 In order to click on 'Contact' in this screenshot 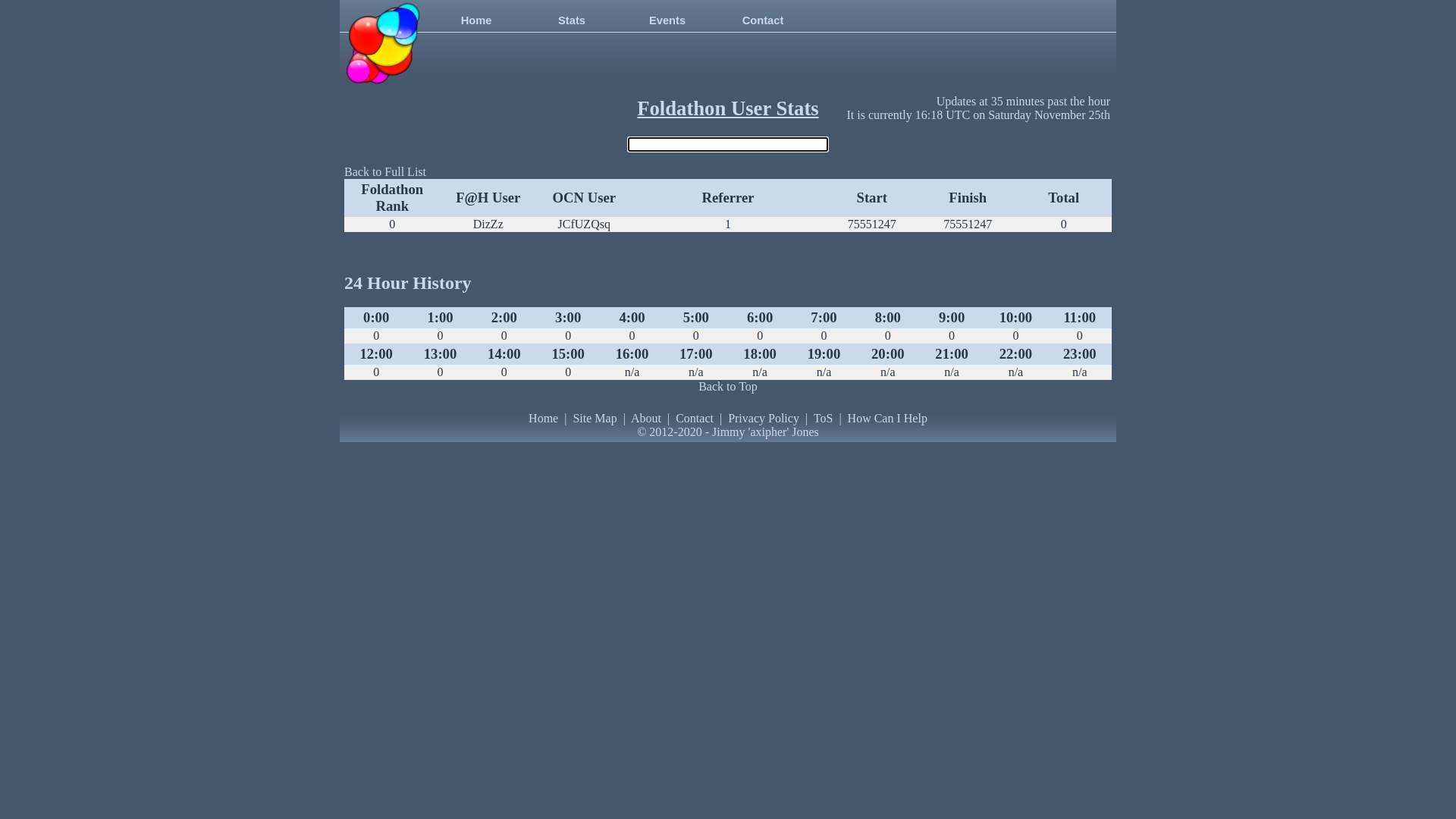, I will do `click(694, 418)`.